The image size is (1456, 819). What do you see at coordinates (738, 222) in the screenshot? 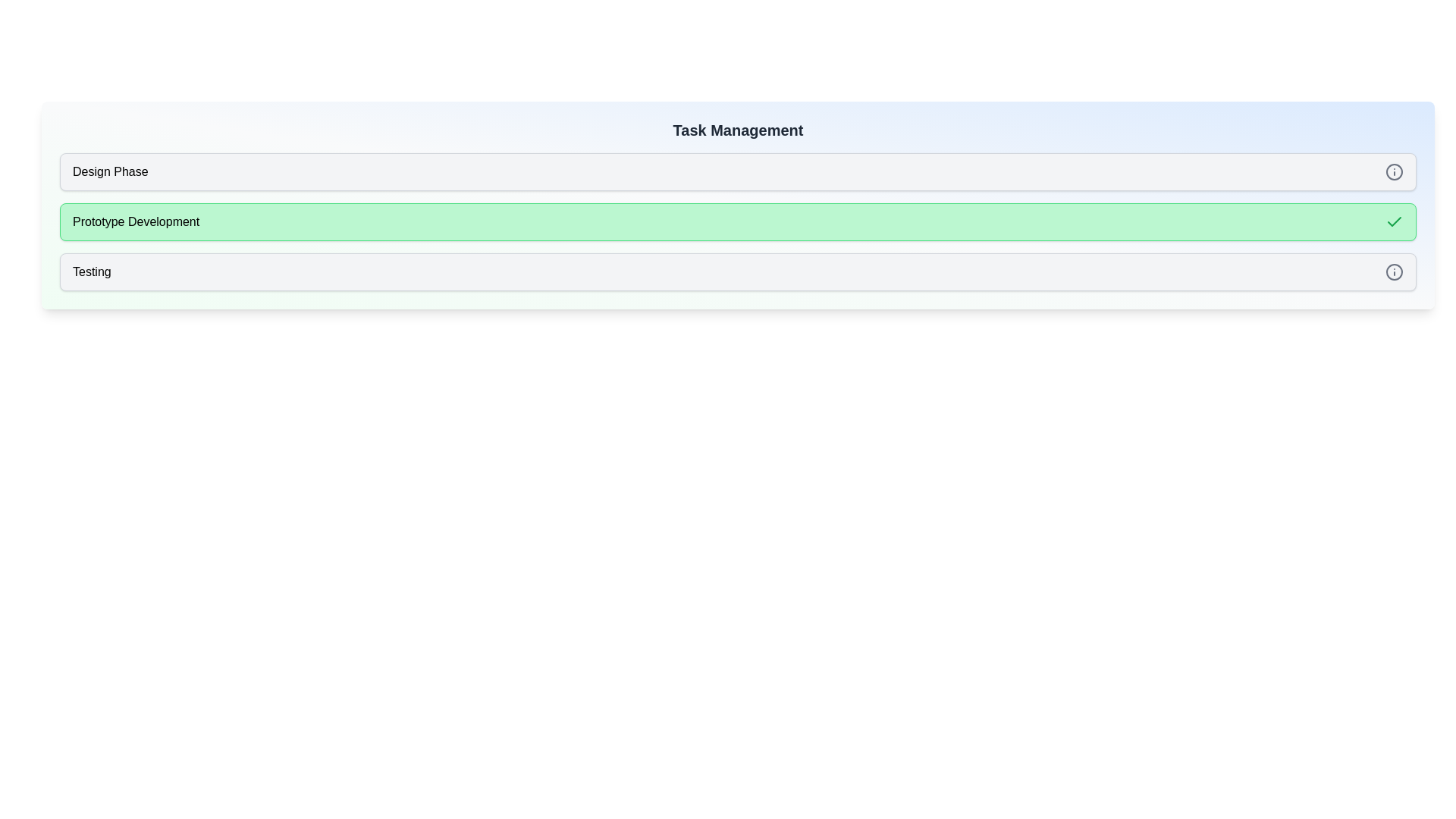
I see `the task button corresponding to Prototype Development to toggle its completion state` at bounding box center [738, 222].